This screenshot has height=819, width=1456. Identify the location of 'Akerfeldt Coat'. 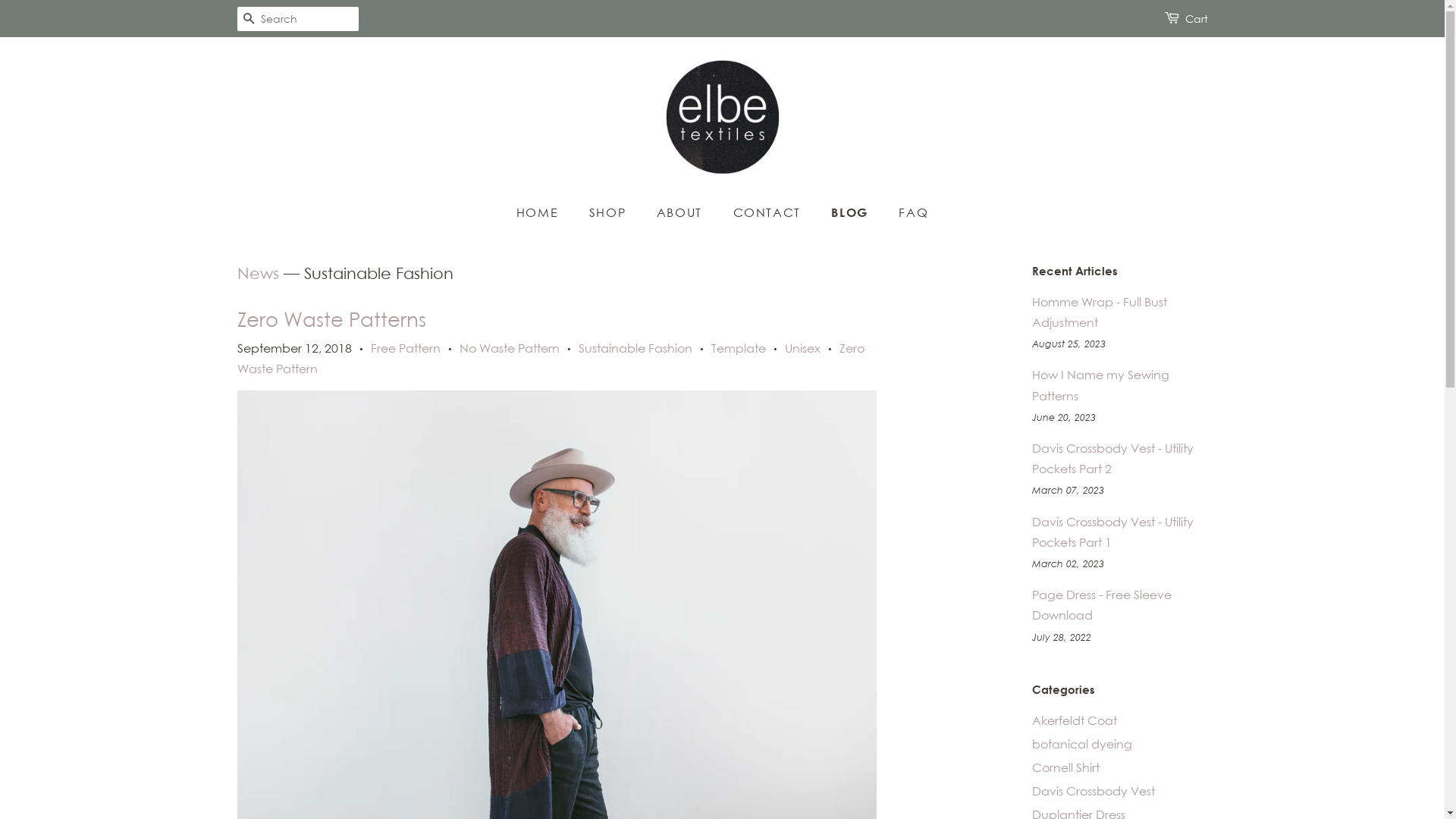
(1073, 719).